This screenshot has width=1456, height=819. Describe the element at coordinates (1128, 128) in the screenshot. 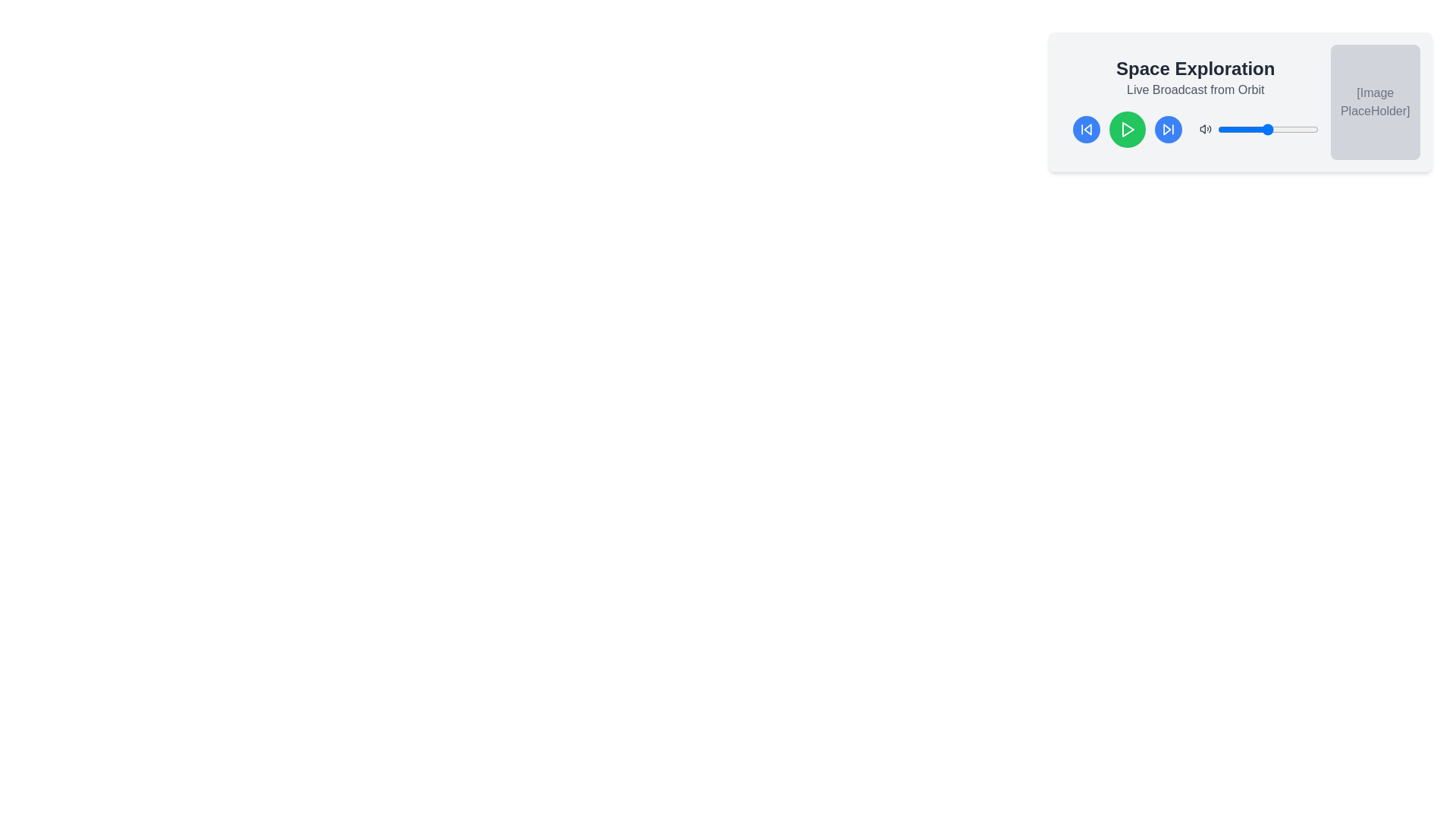

I see `the play button, which is the third interactive button from the left in the row of controls` at that location.